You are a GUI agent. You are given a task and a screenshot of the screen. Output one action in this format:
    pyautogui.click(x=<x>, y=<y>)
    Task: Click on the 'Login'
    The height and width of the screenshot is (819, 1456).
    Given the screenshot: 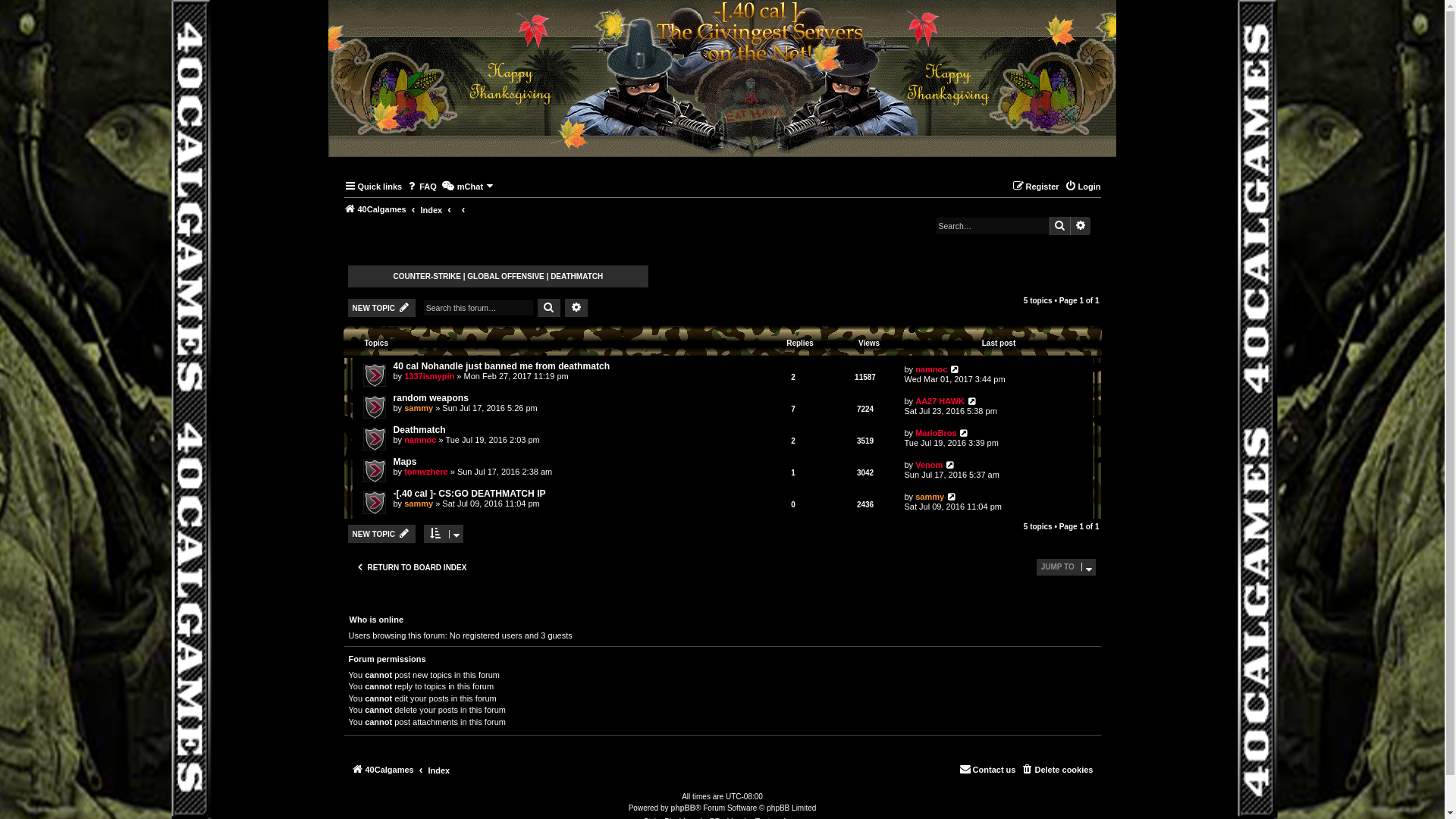 What is the action you would take?
    pyautogui.click(x=1081, y=186)
    